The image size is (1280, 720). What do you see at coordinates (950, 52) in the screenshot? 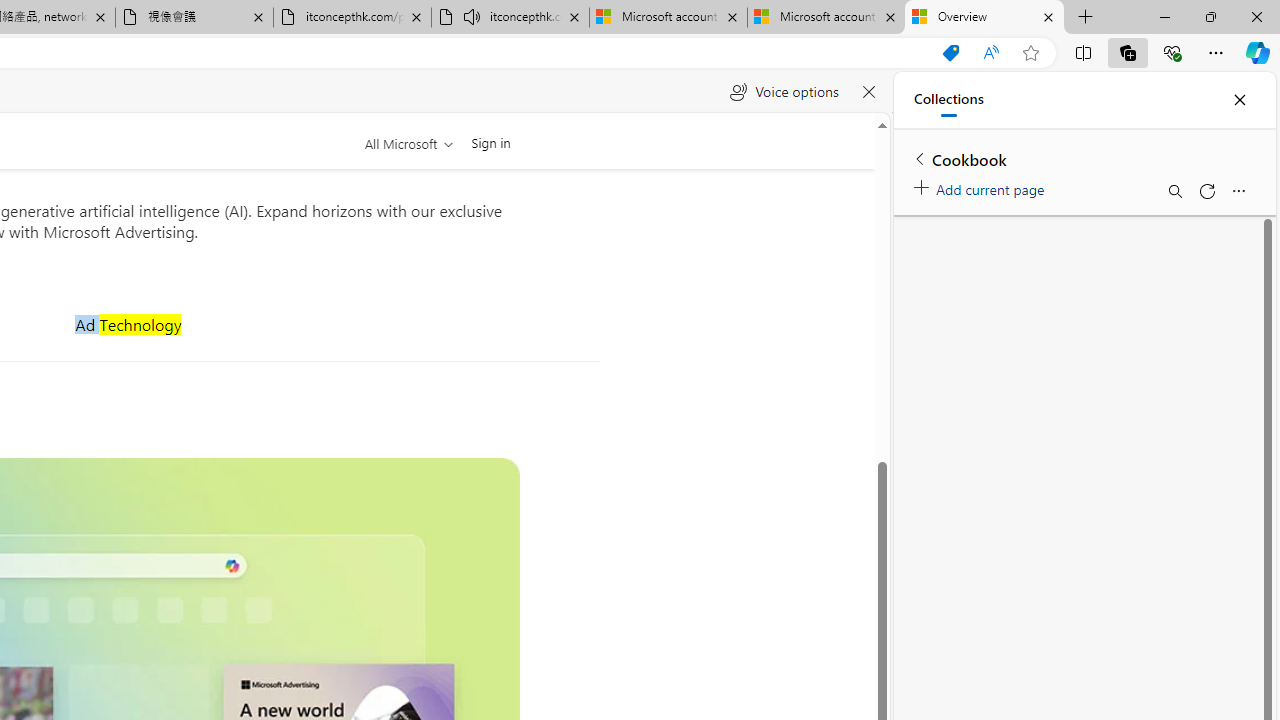
I see `'Shopping in Microsoft Edge'` at bounding box center [950, 52].